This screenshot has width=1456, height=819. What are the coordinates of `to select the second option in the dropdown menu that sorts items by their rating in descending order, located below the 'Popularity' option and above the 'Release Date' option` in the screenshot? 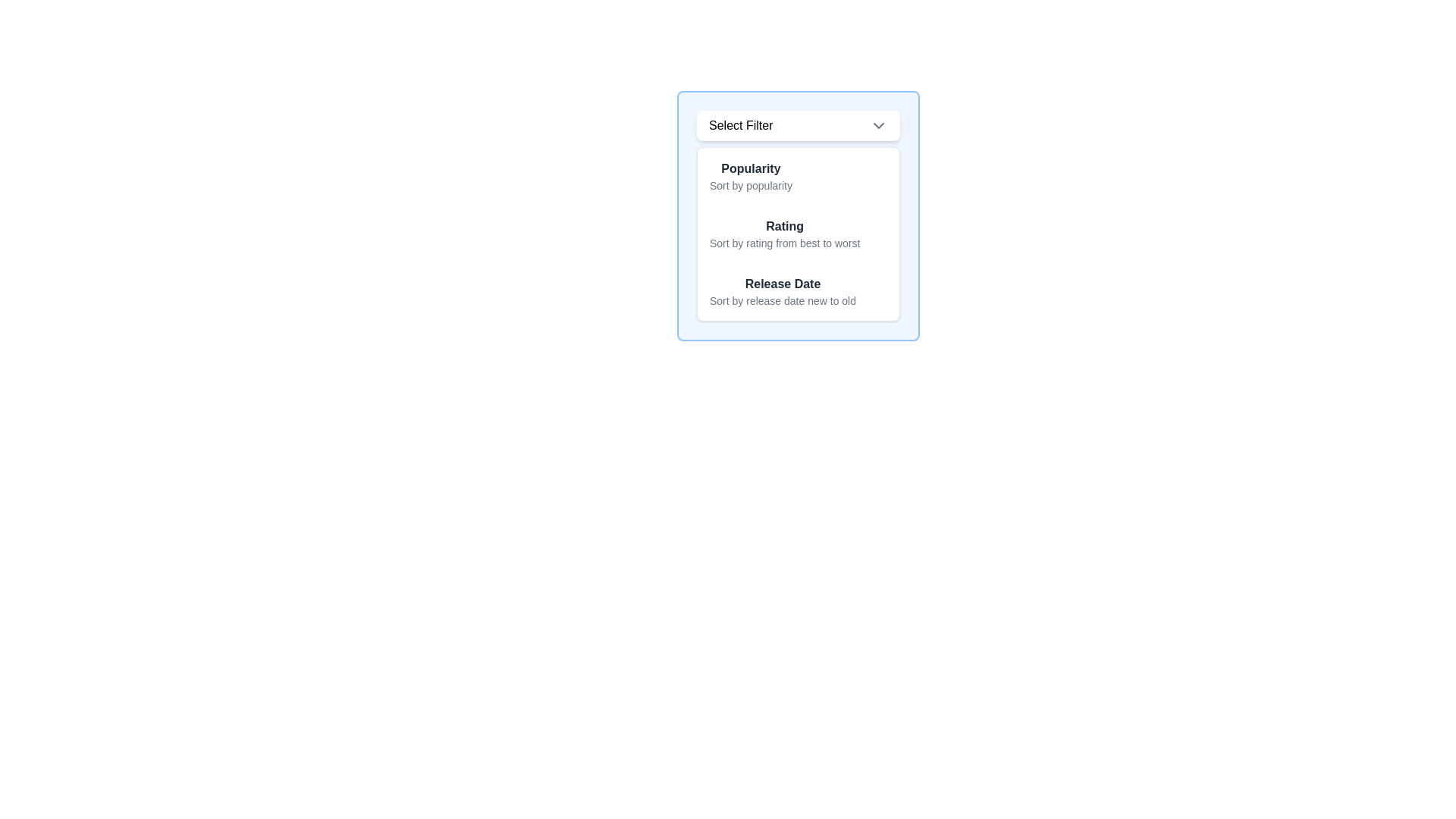 It's located at (797, 234).